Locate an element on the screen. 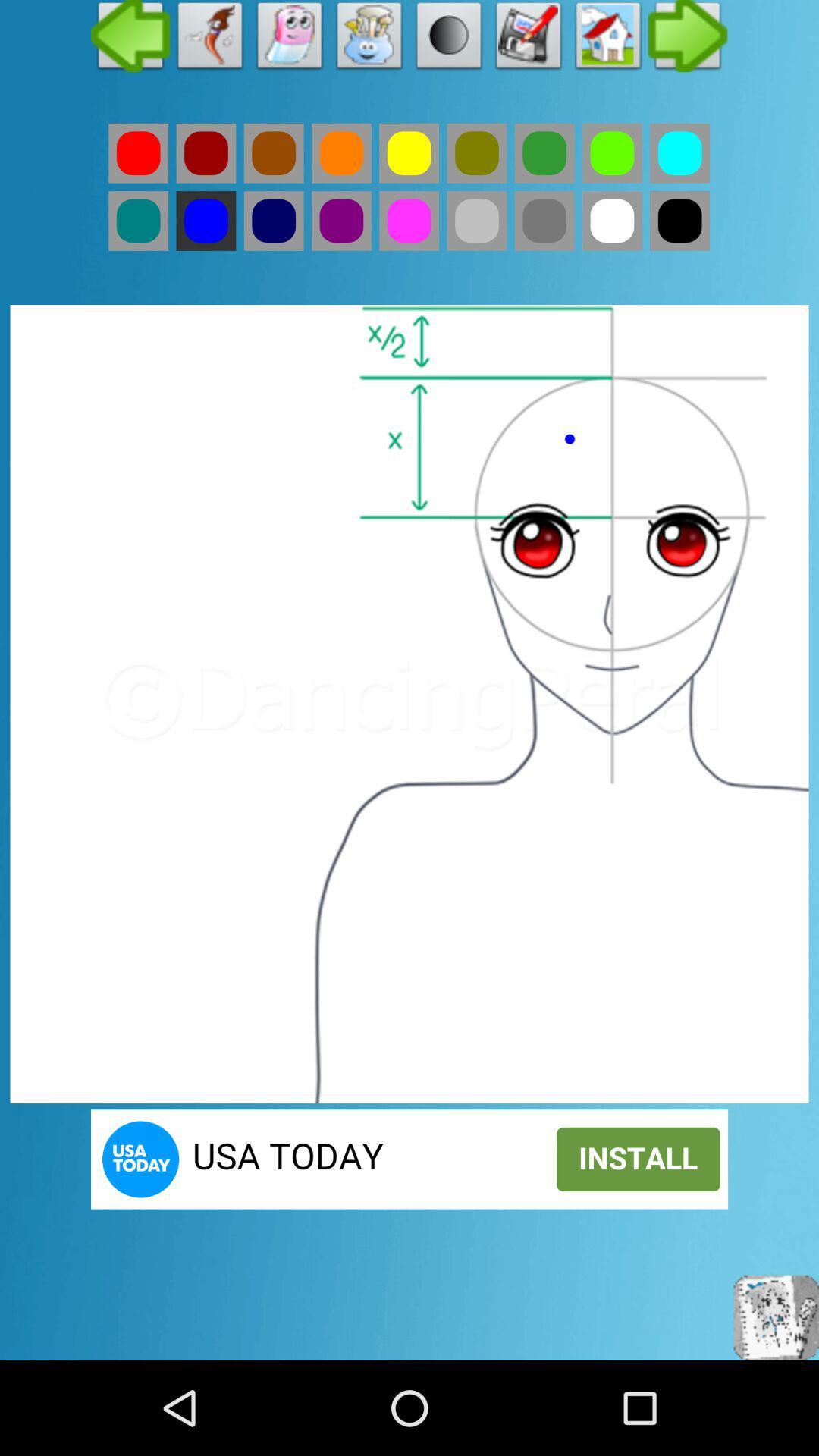 Image resolution: width=819 pixels, height=1456 pixels. the arrow_forward icon is located at coordinates (688, 42).